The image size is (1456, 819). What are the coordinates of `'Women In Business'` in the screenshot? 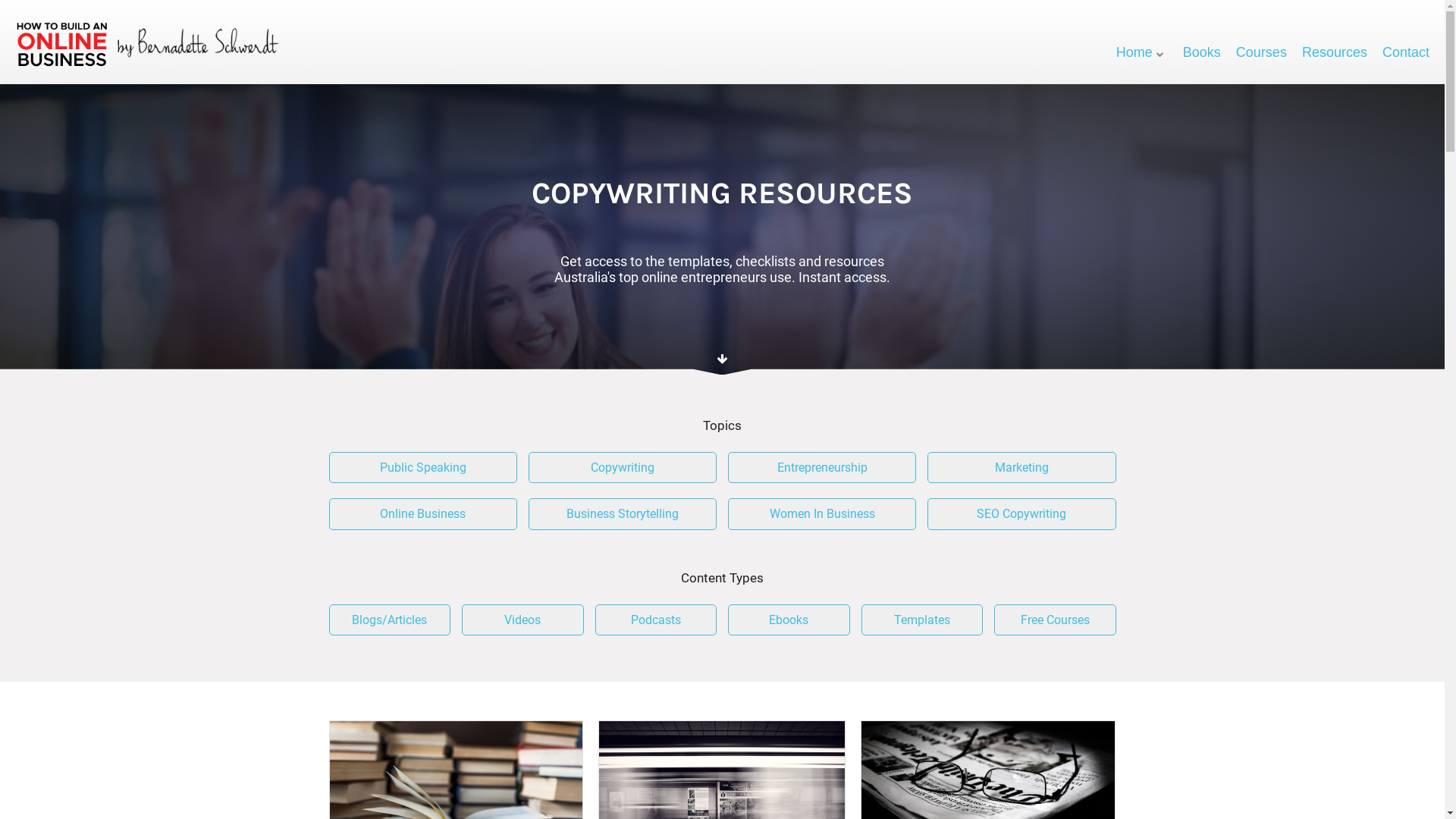 It's located at (821, 513).